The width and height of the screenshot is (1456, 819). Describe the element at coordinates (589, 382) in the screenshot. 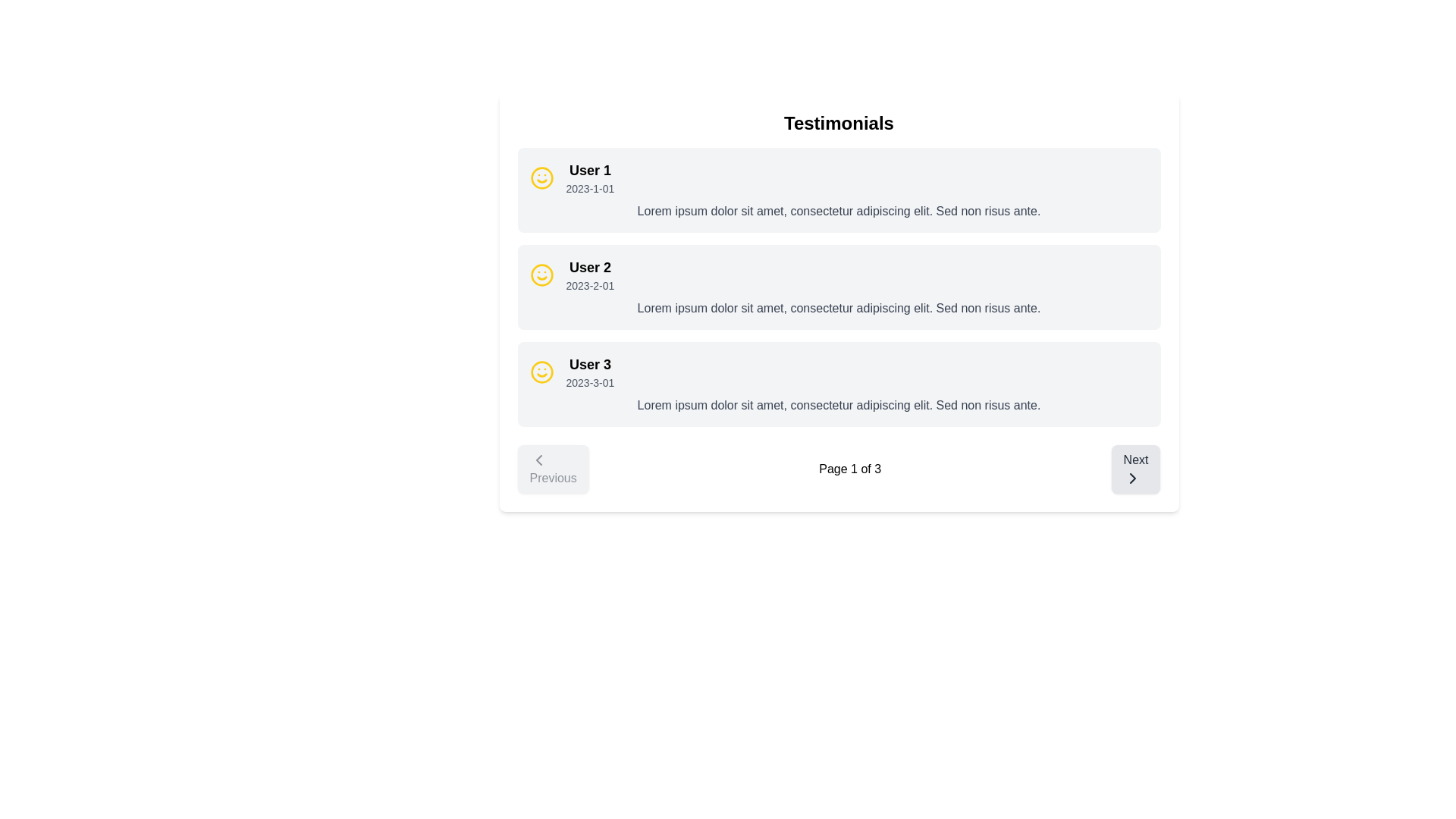

I see `the Text label displaying the date of the user testimonial for 'User 3', positioned below the username in the third testimonial entry` at that location.